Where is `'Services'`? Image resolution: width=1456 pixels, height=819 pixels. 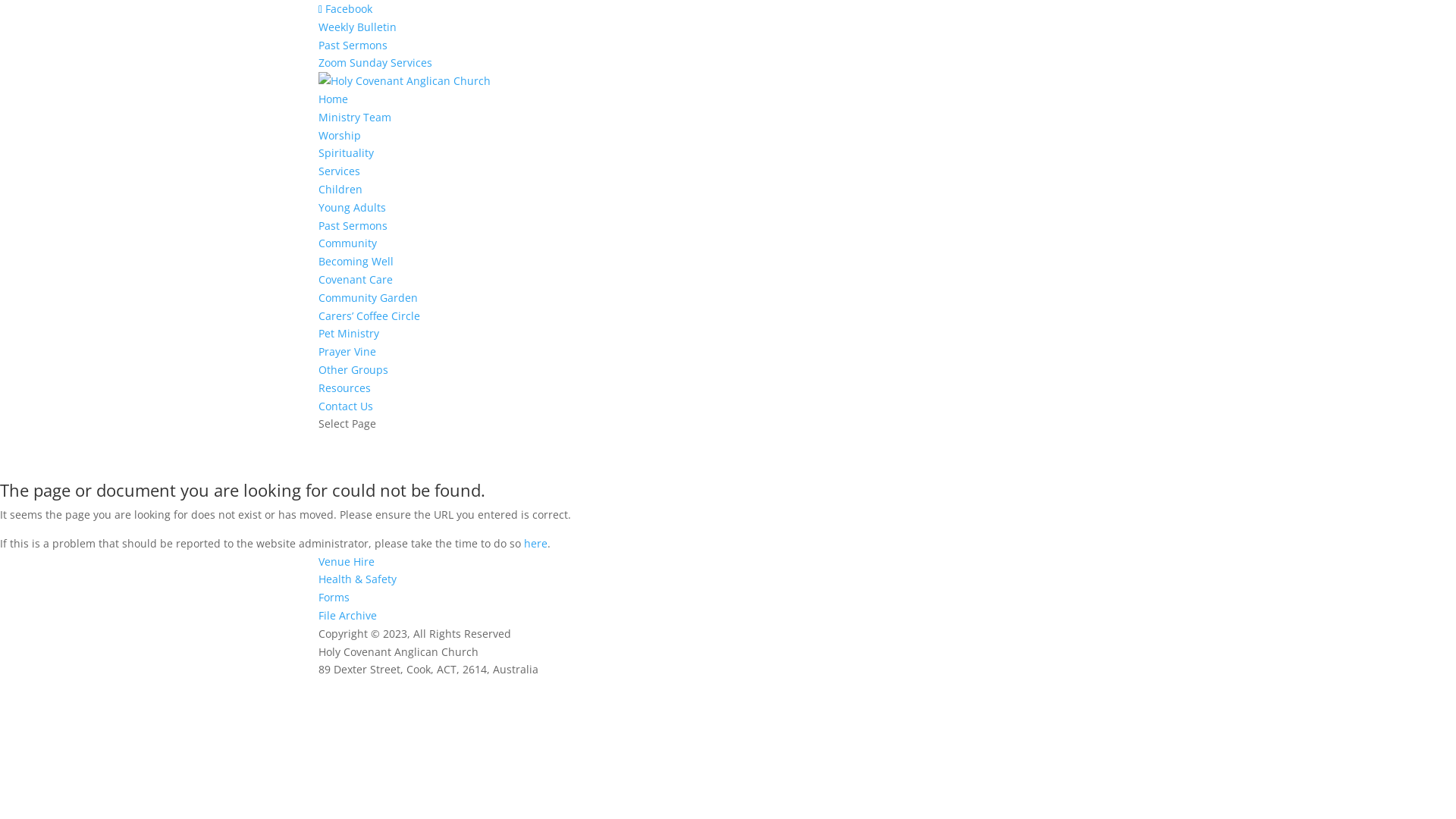 'Services' is located at coordinates (338, 171).